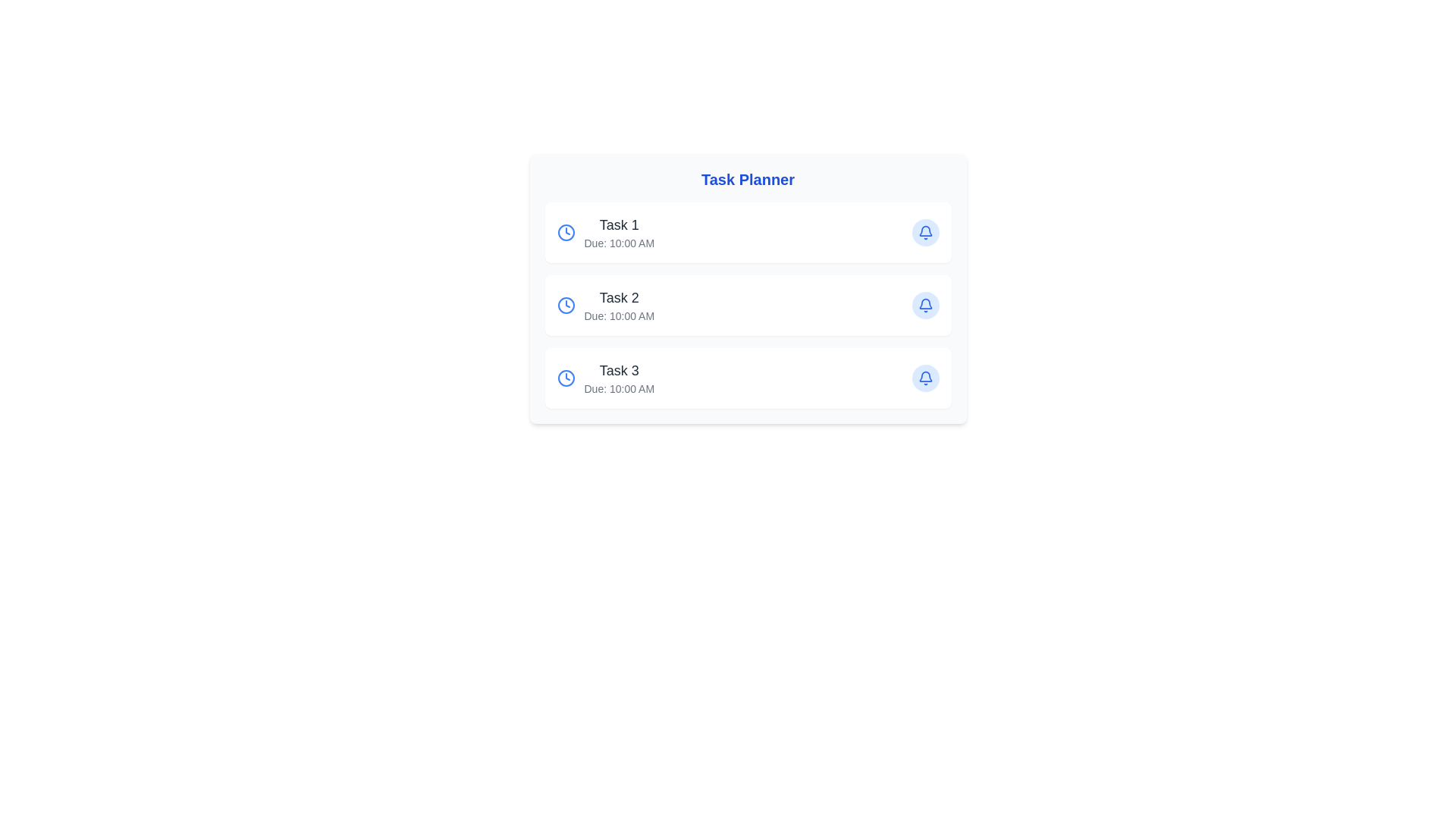 Image resolution: width=1456 pixels, height=819 pixels. I want to click on the task display item in the third row of the 'Task Planner', so click(604, 377).